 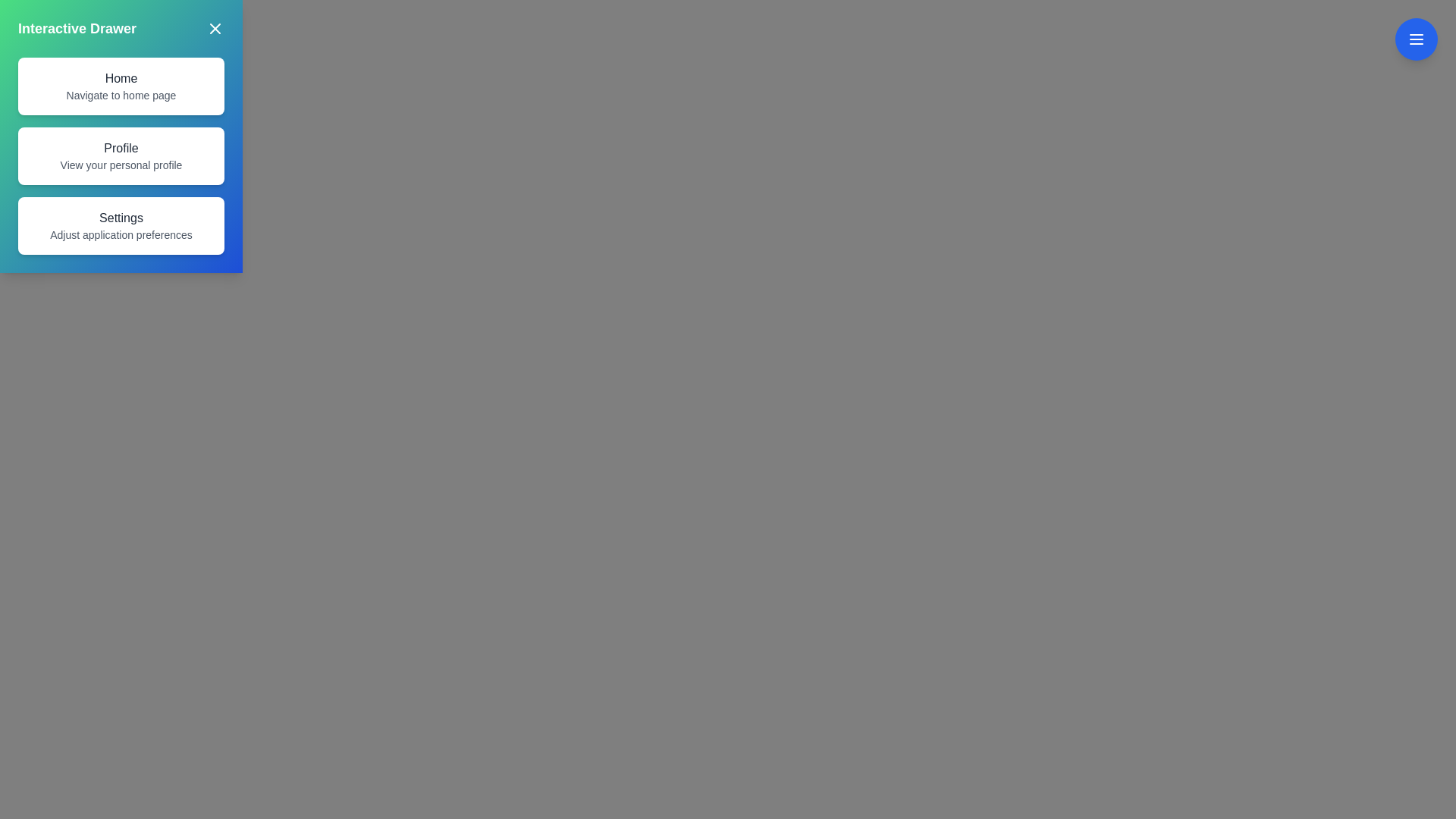 I want to click on the text label that reads 'Adjust application preferences', which is styled in small gray font and located under the 'Settings' header, so click(x=120, y=234).